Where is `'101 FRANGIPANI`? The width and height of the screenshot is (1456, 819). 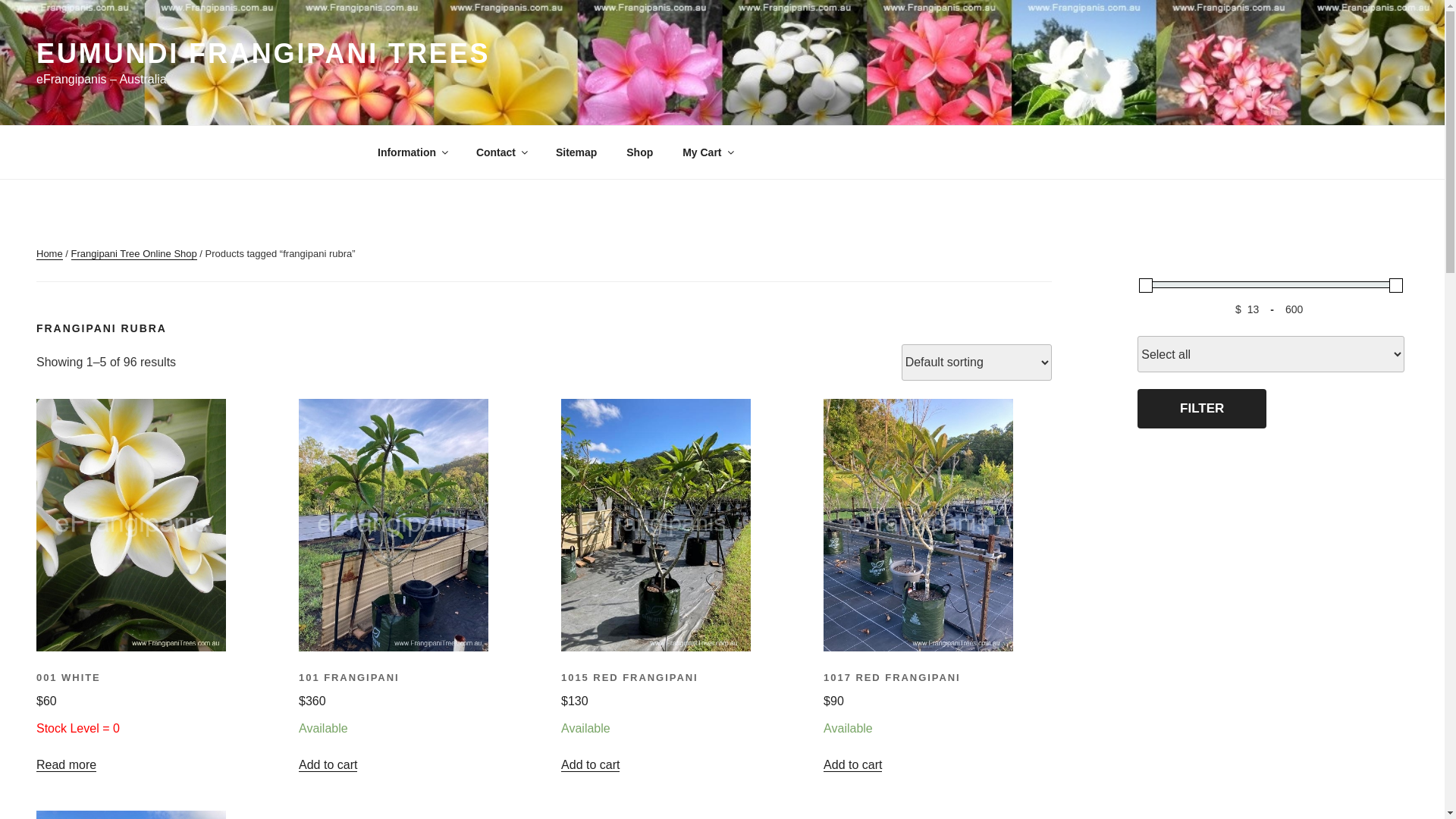 '101 FRANGIPANI is located at coordinates (410, 705).